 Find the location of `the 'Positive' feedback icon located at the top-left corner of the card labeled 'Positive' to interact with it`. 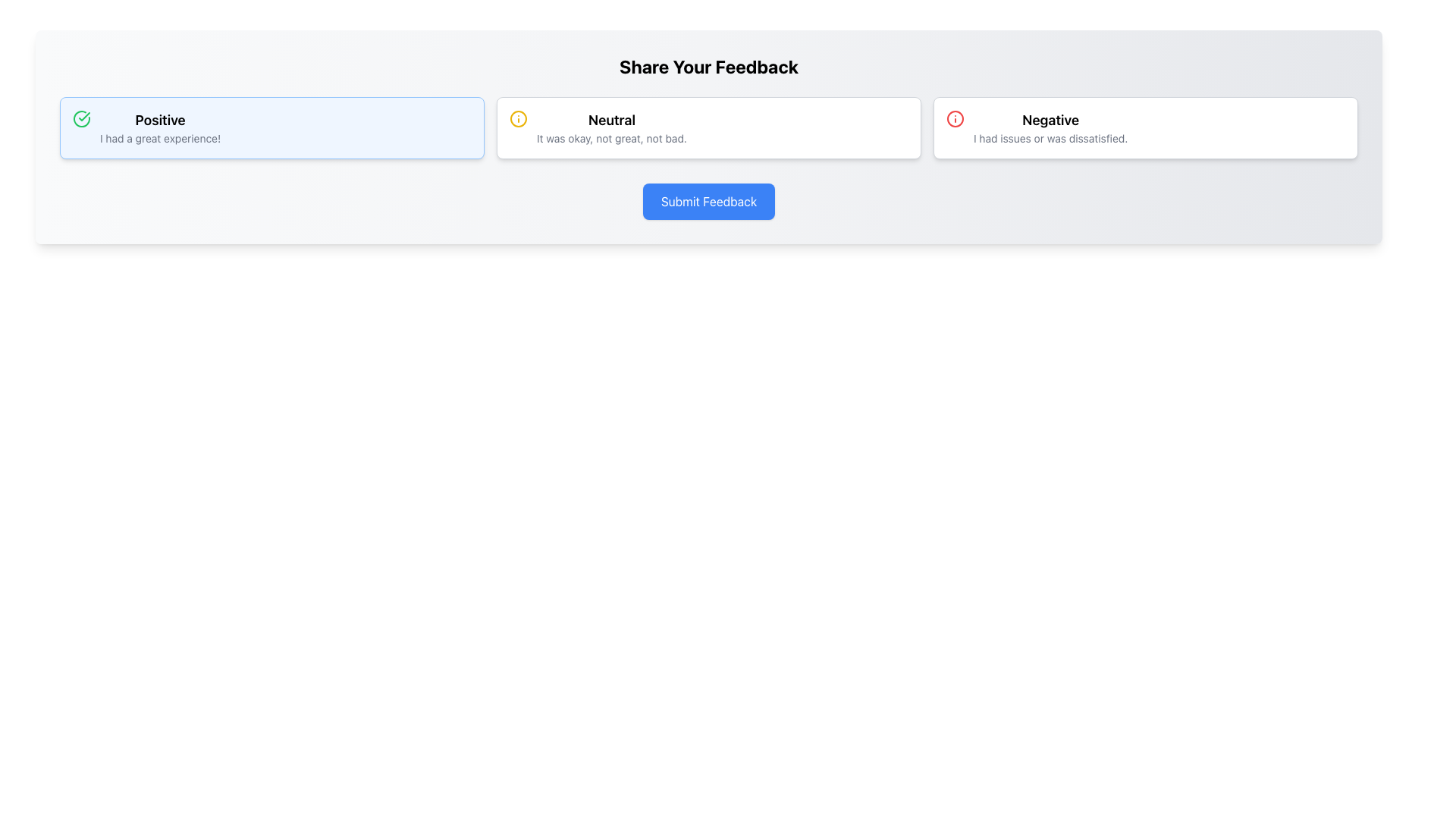

the 'Positive' feedback icon located at the top-left corner of the card labeled 'Positive' to interact with it is located at coordinates (81, 118).